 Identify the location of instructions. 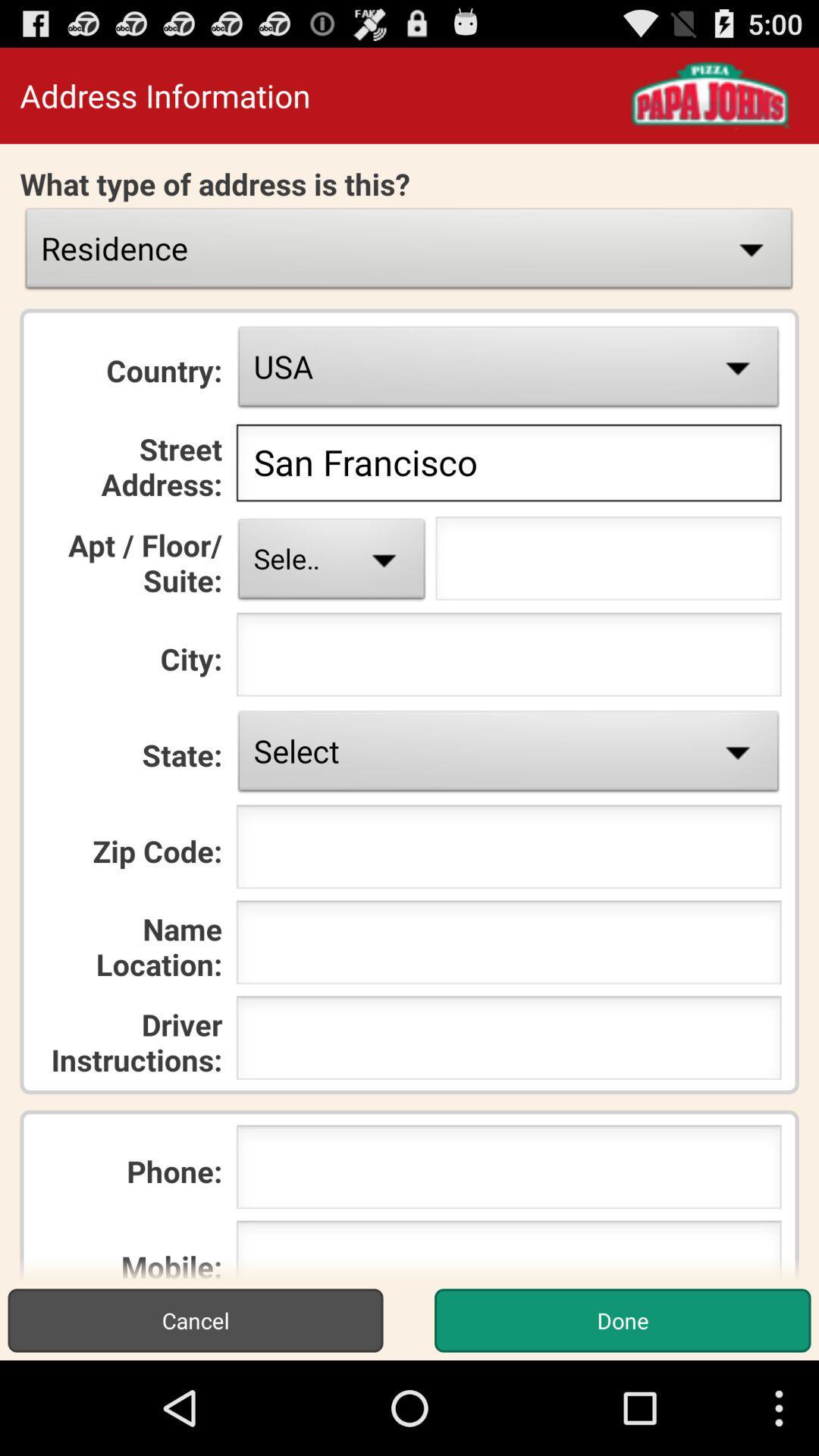
(509, 1041).